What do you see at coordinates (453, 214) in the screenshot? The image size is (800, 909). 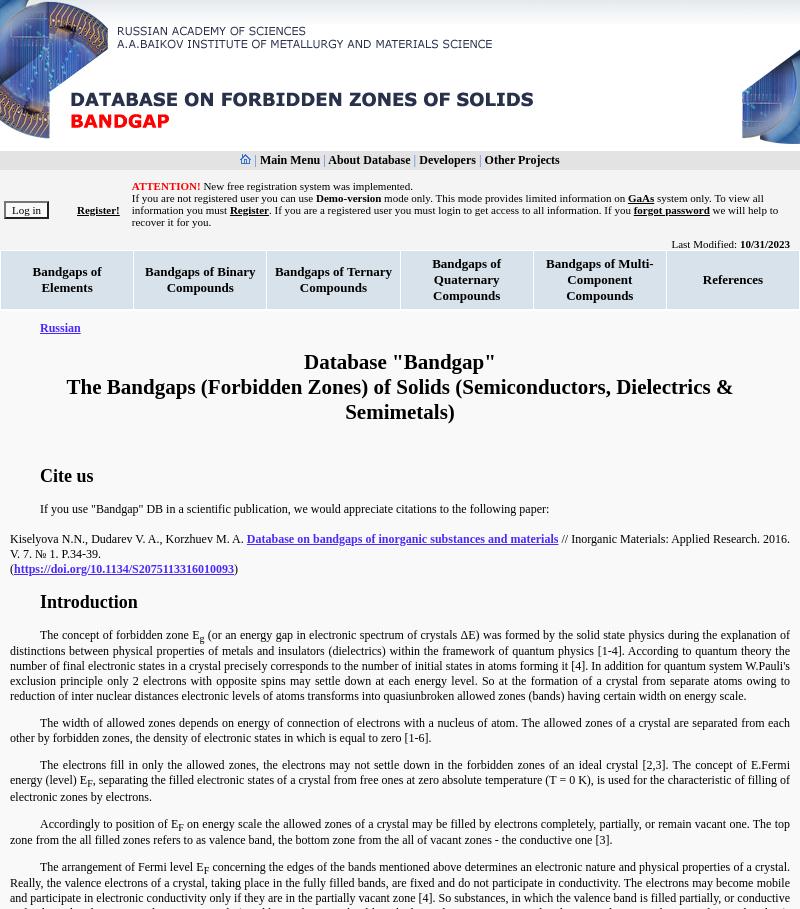 I see `'we will help to recover it for you.'` at bounding box center [453, 214].